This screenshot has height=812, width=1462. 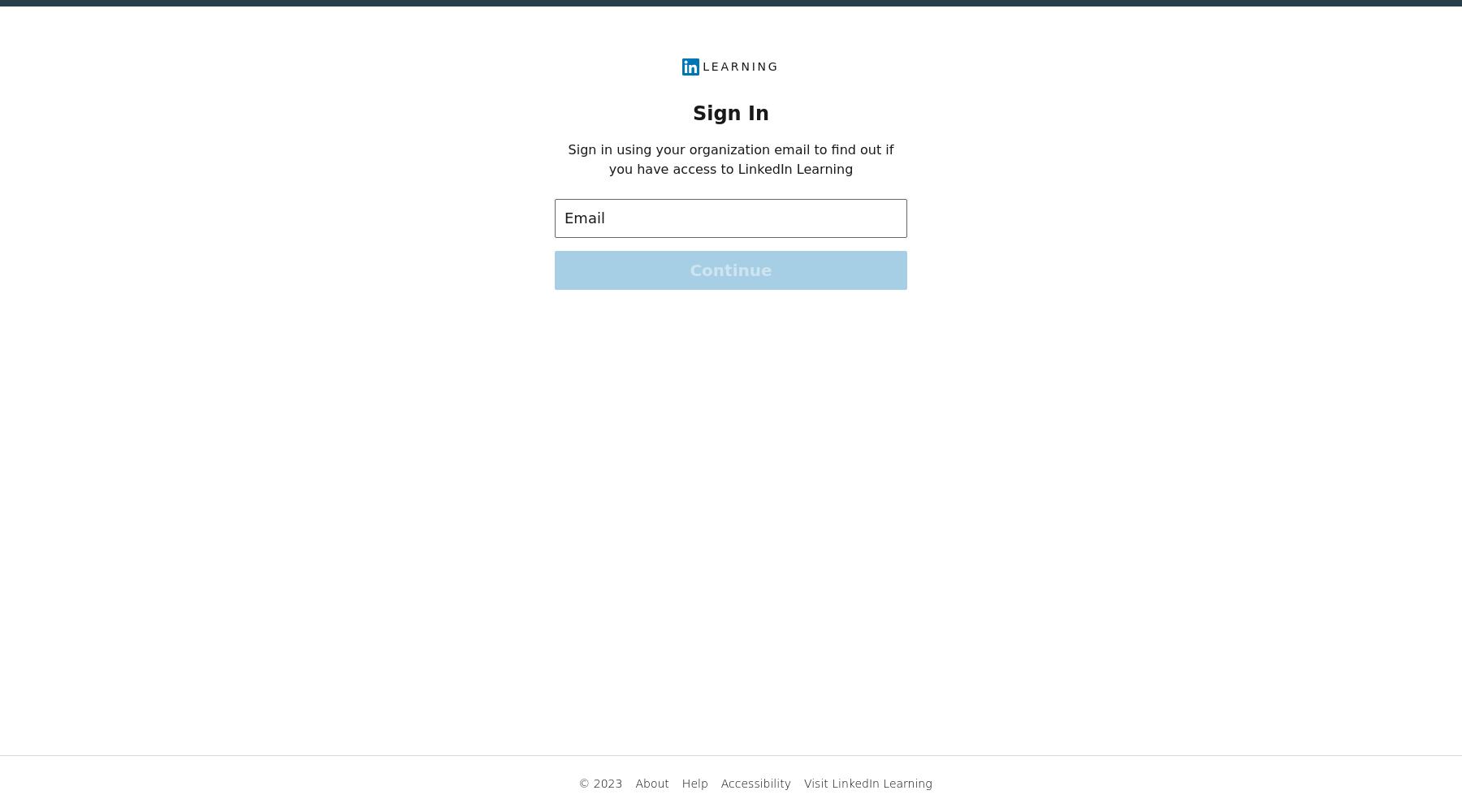 What do you see at coordinates (634, 783) in the screenshot?
I see `'About'` at bounding box center [634, 783].